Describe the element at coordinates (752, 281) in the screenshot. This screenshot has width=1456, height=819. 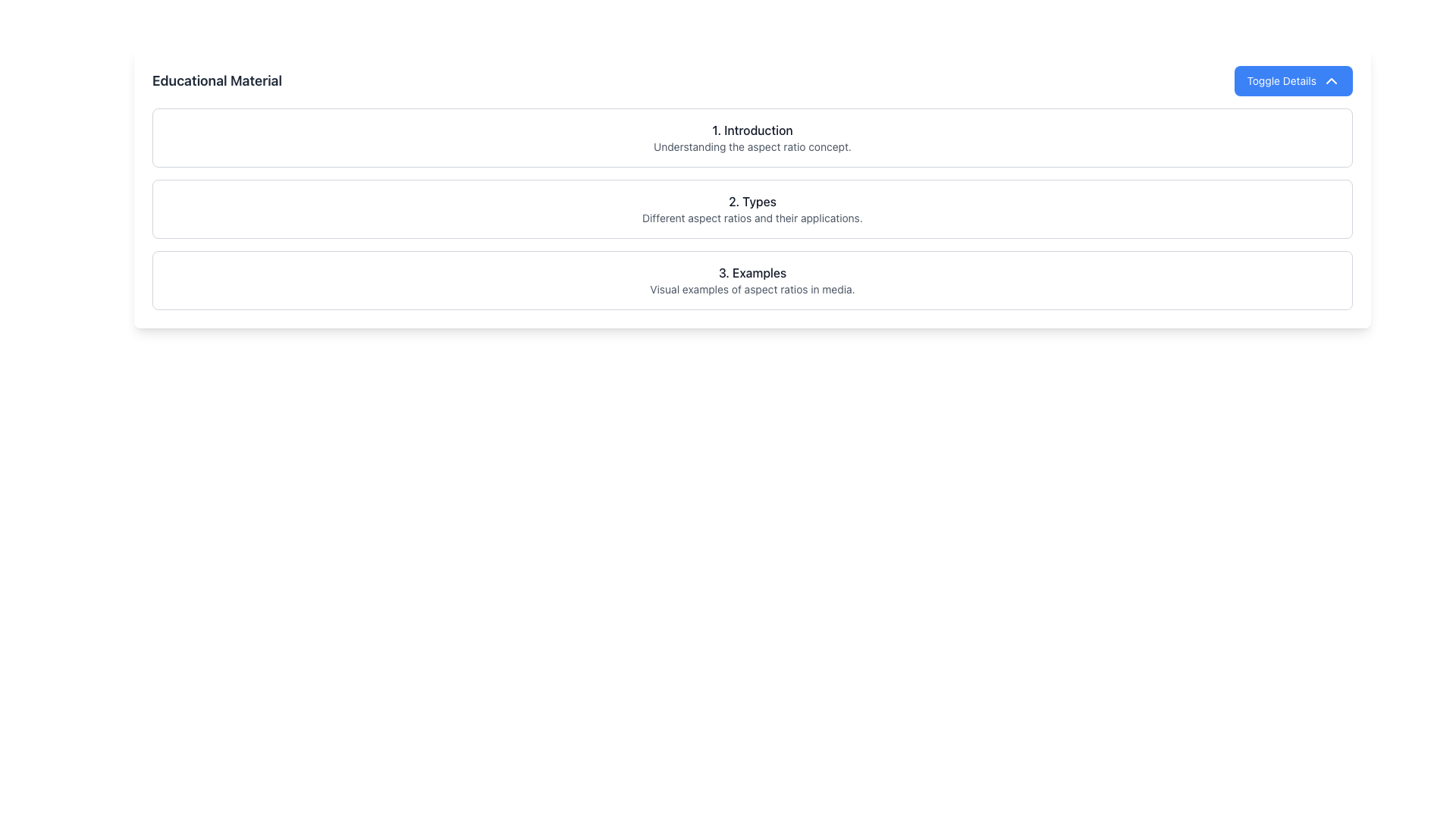
I see `the '3. Examples' section header which includes the subtitle 'Visual examples of aspect ratios in media.'` at that location.